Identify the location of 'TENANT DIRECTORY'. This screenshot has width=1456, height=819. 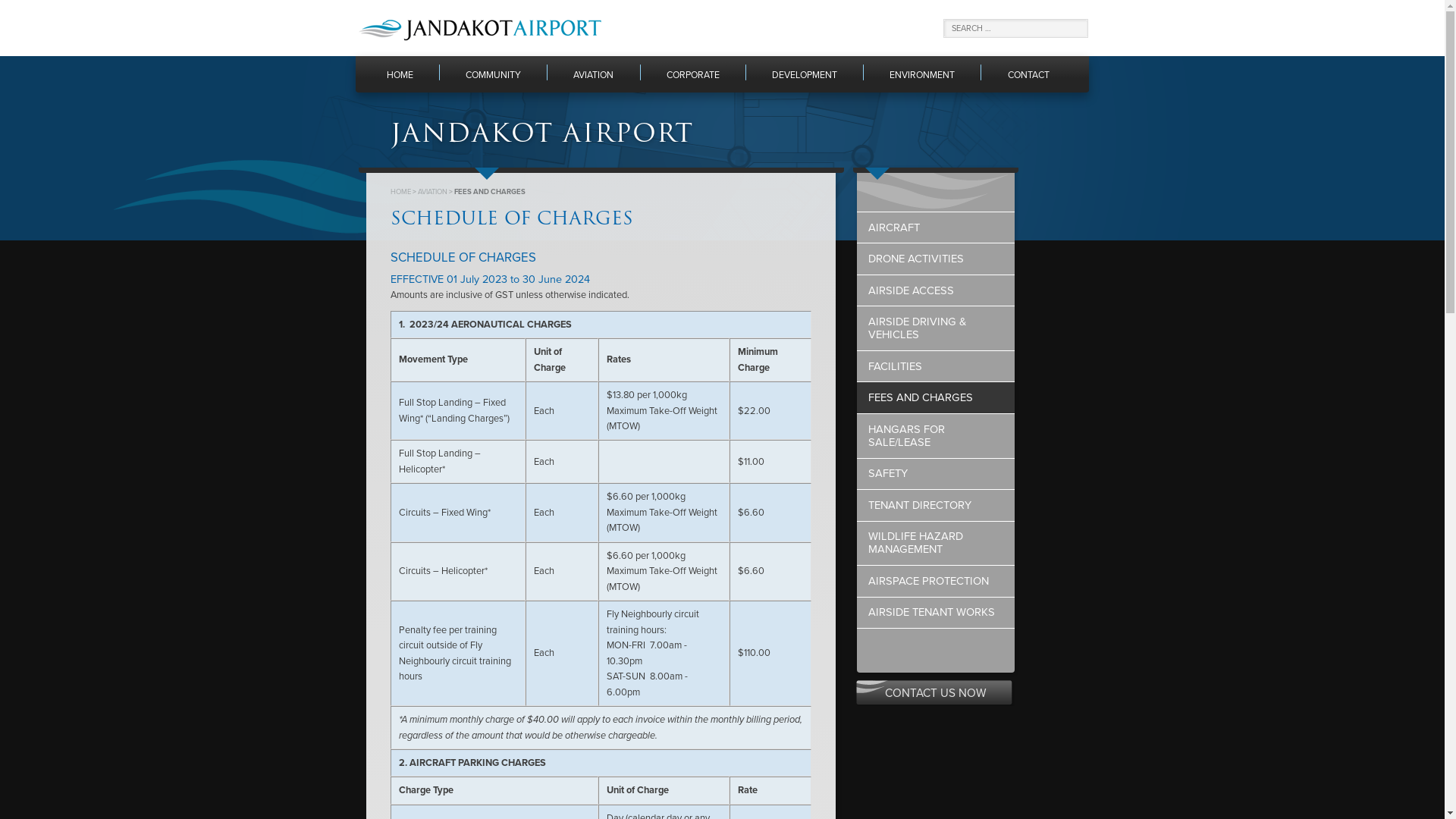
(934, 505).